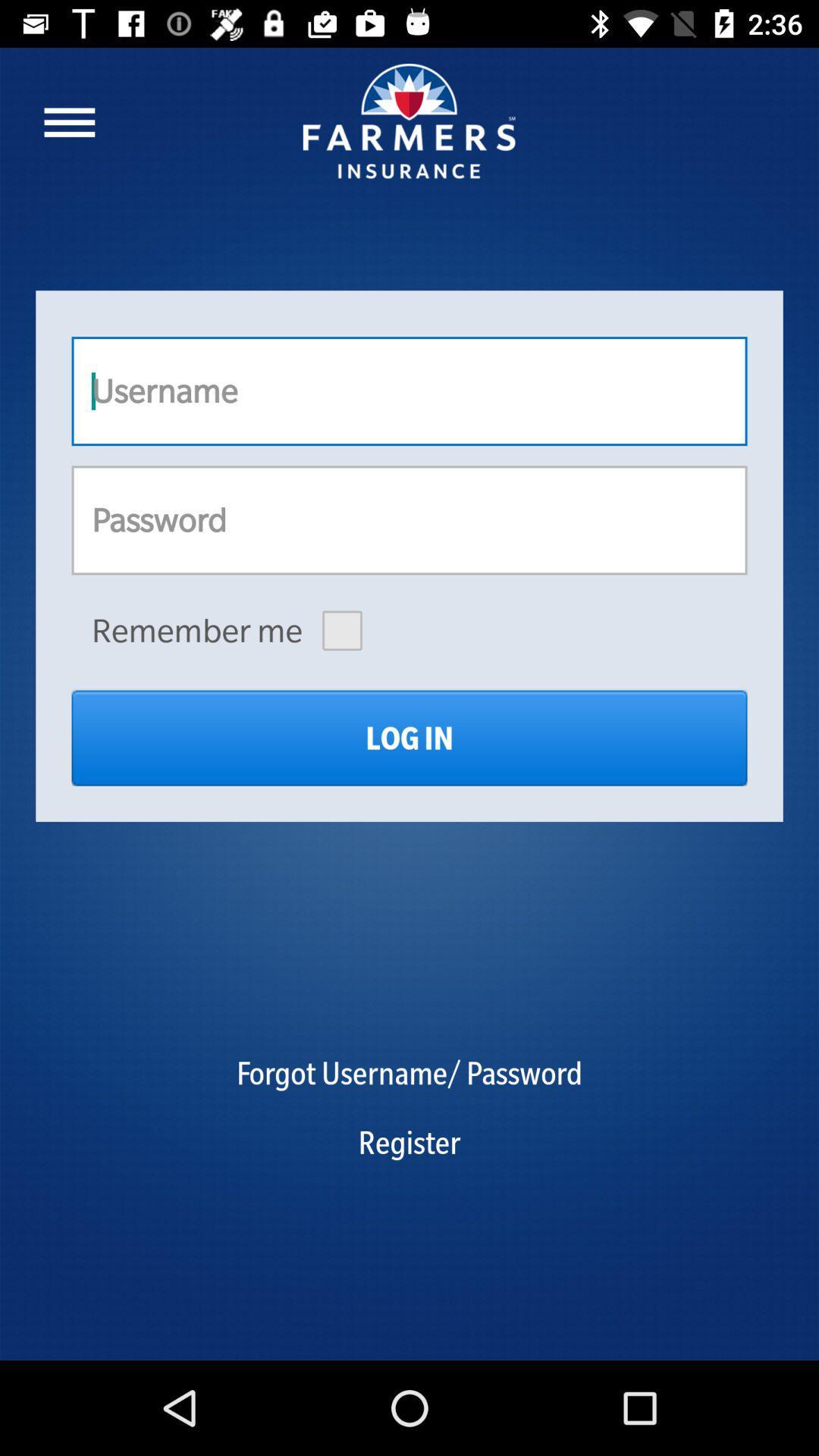 The image size is (819, 1456). I want to click on the menu icon, so click(69, 122).